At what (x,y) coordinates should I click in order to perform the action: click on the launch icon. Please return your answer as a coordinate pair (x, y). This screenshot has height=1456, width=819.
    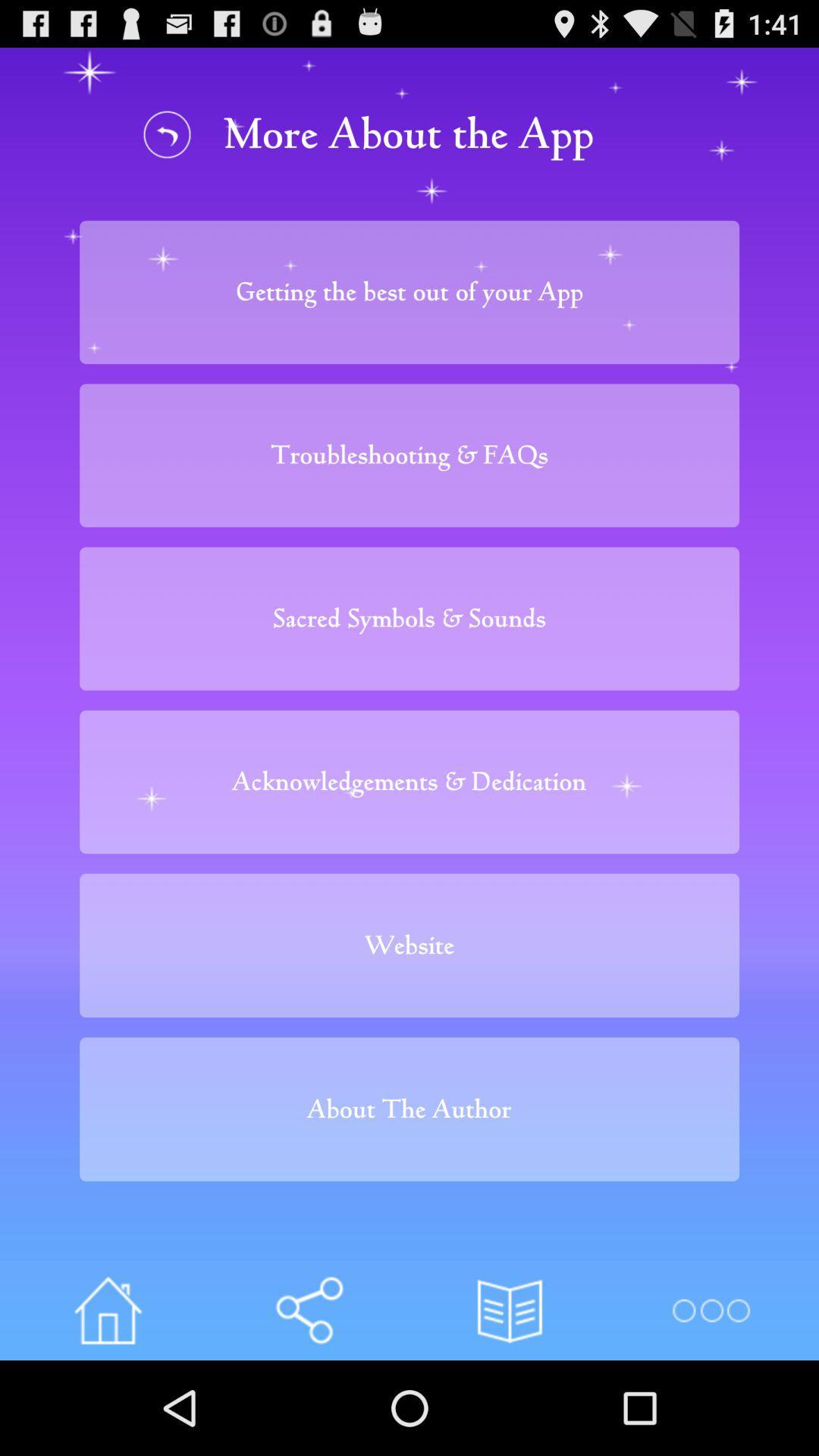
    Looking at the image, I should click on (107, 1401).